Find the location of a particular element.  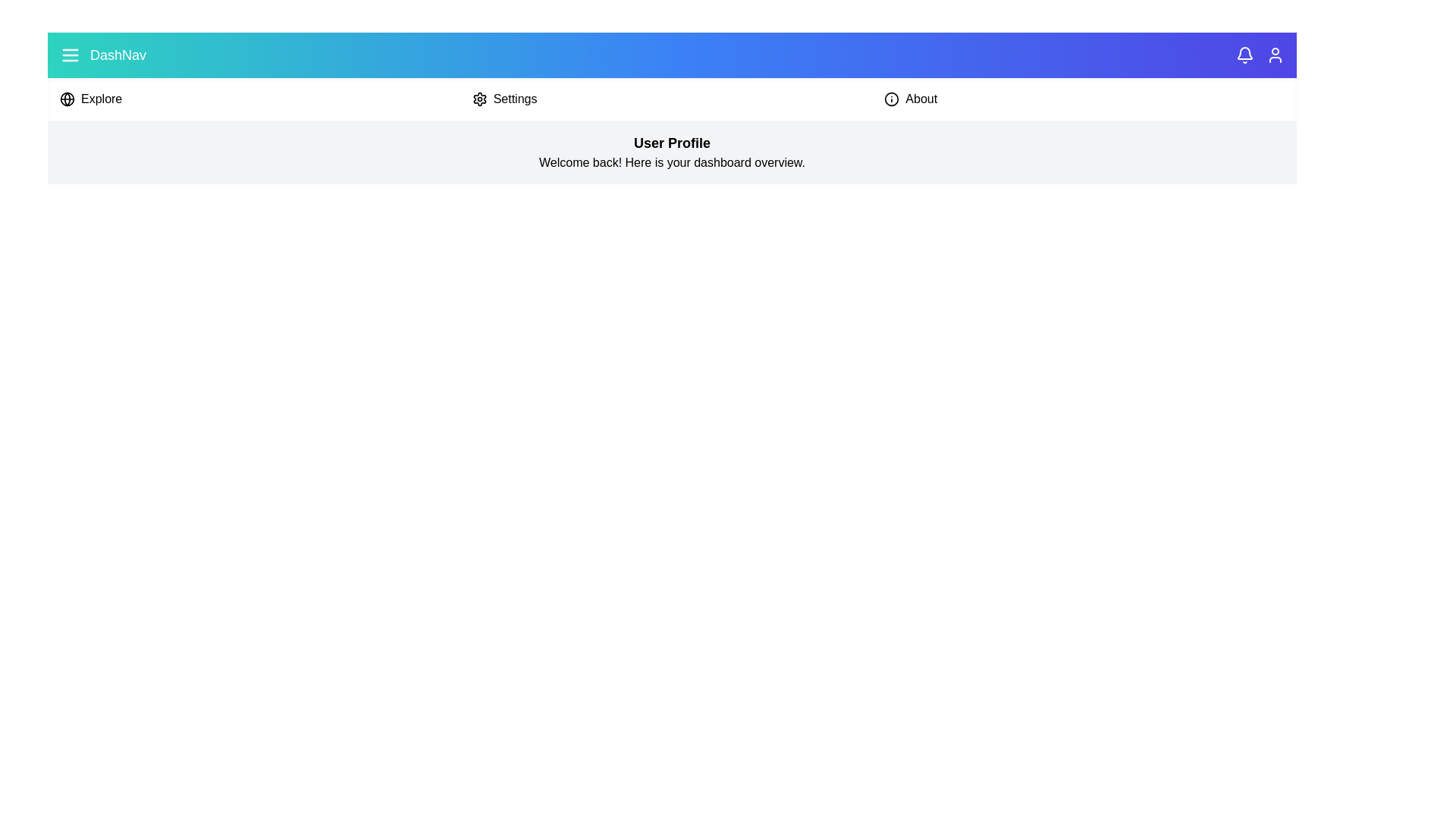

the menu button to toggle the menu visibility is located at coordinates (69, 55).